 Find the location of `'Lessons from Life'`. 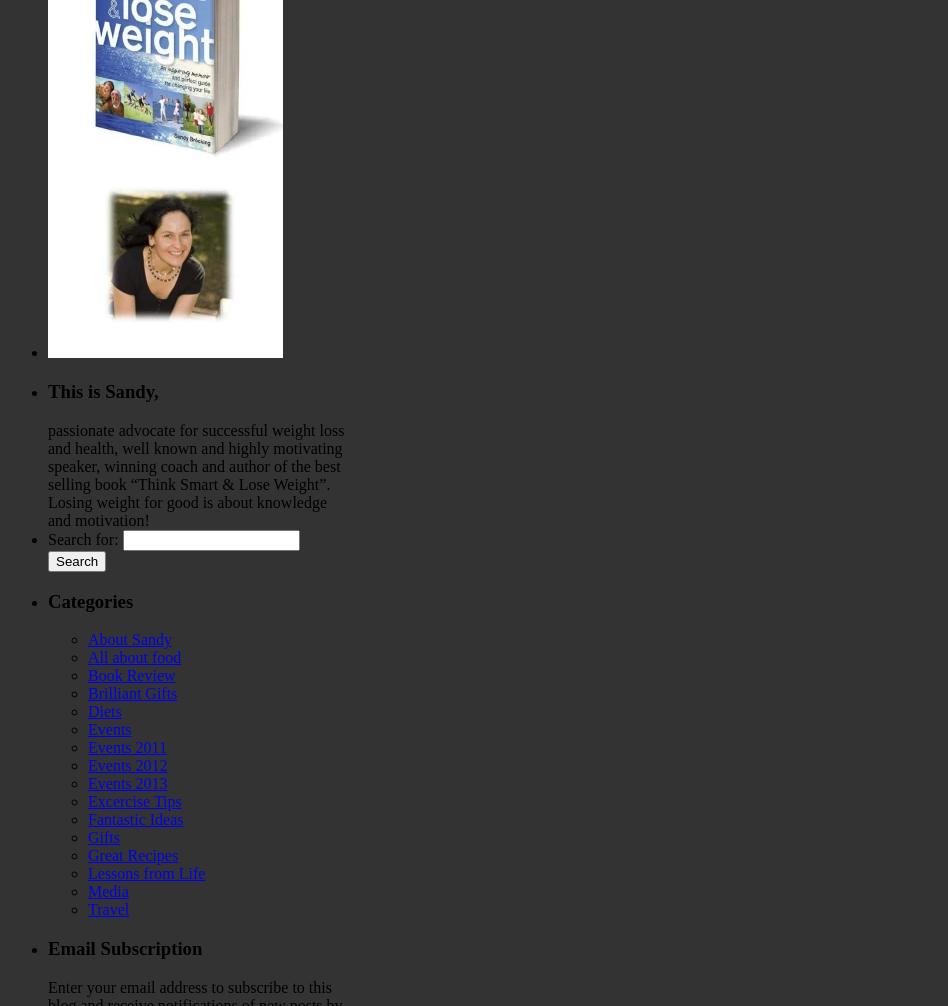

'Lessons from Life' is located at coordinates (145, 872).